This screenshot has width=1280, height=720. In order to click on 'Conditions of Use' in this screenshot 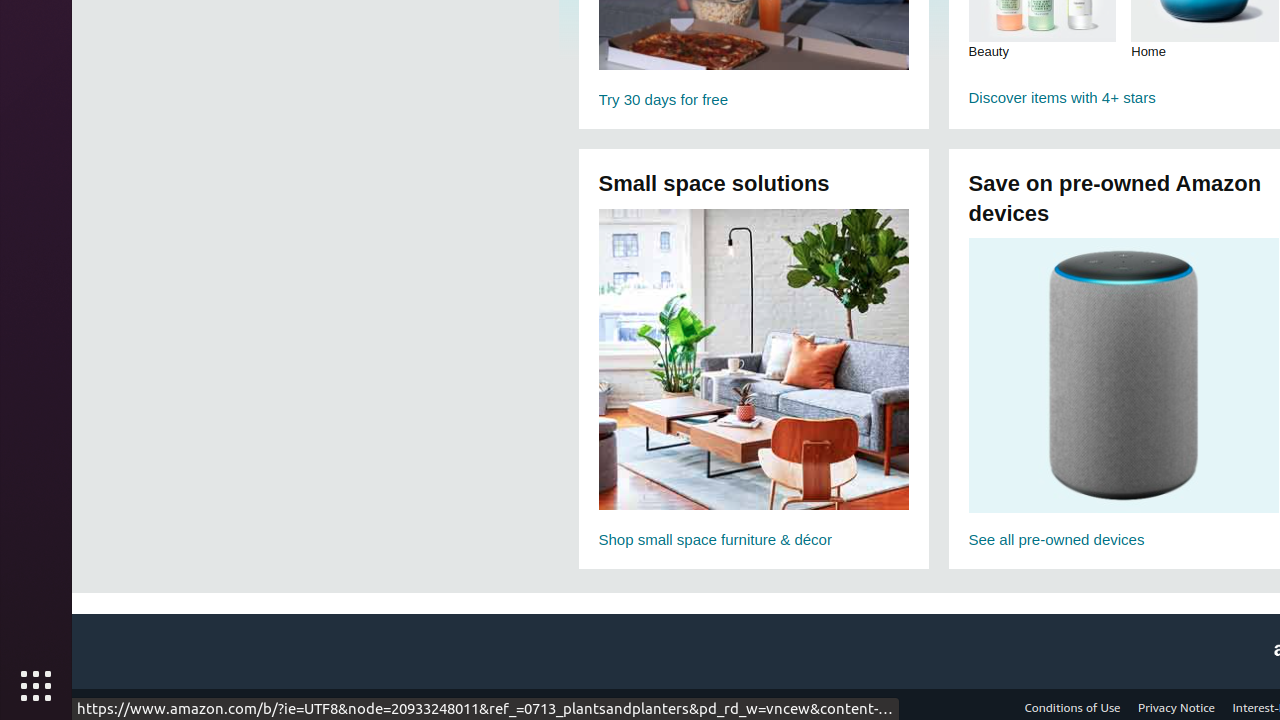, I will do `click(1071, 706)`.